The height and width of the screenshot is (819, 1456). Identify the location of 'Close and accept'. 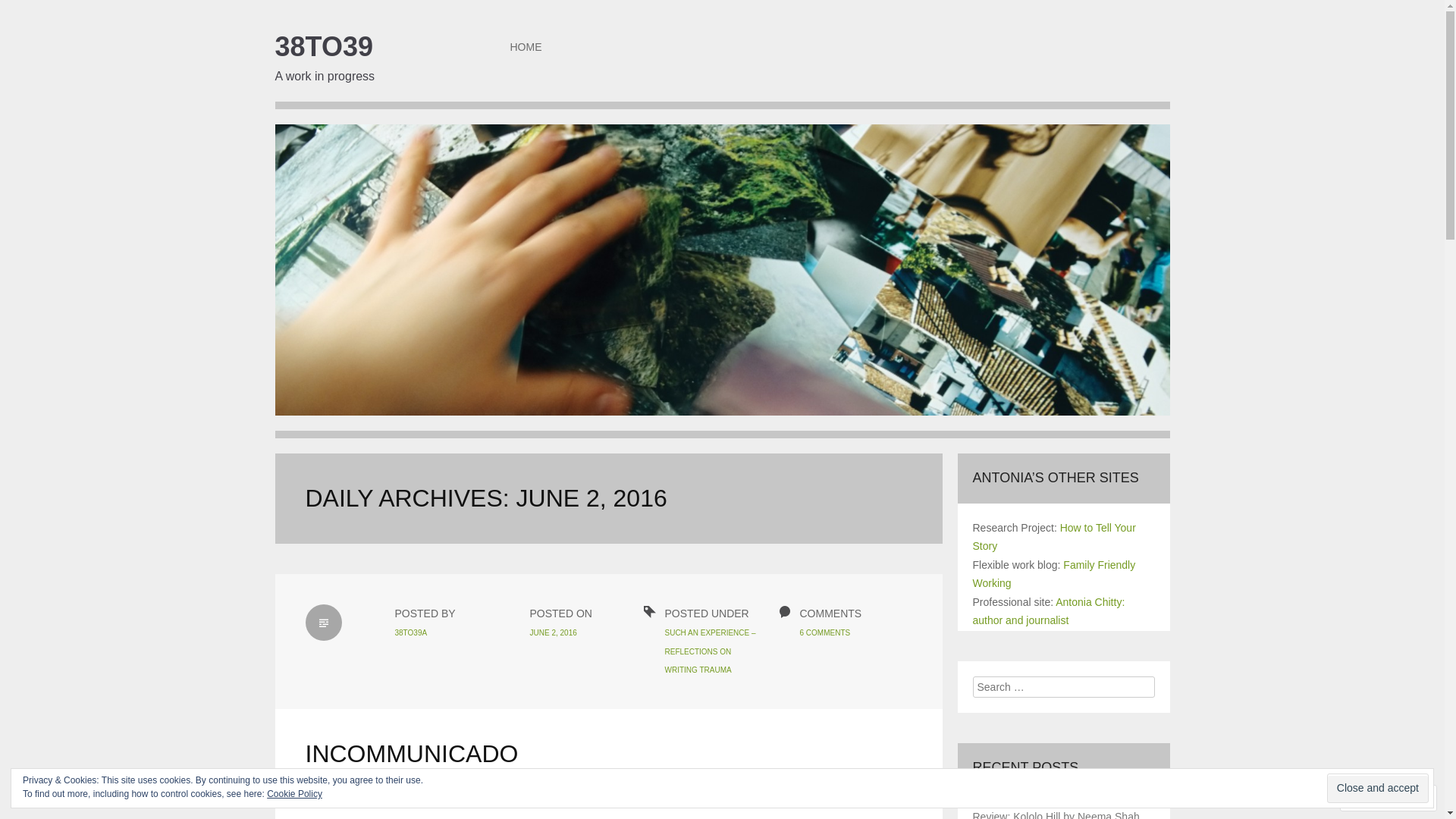
(1378, 787).